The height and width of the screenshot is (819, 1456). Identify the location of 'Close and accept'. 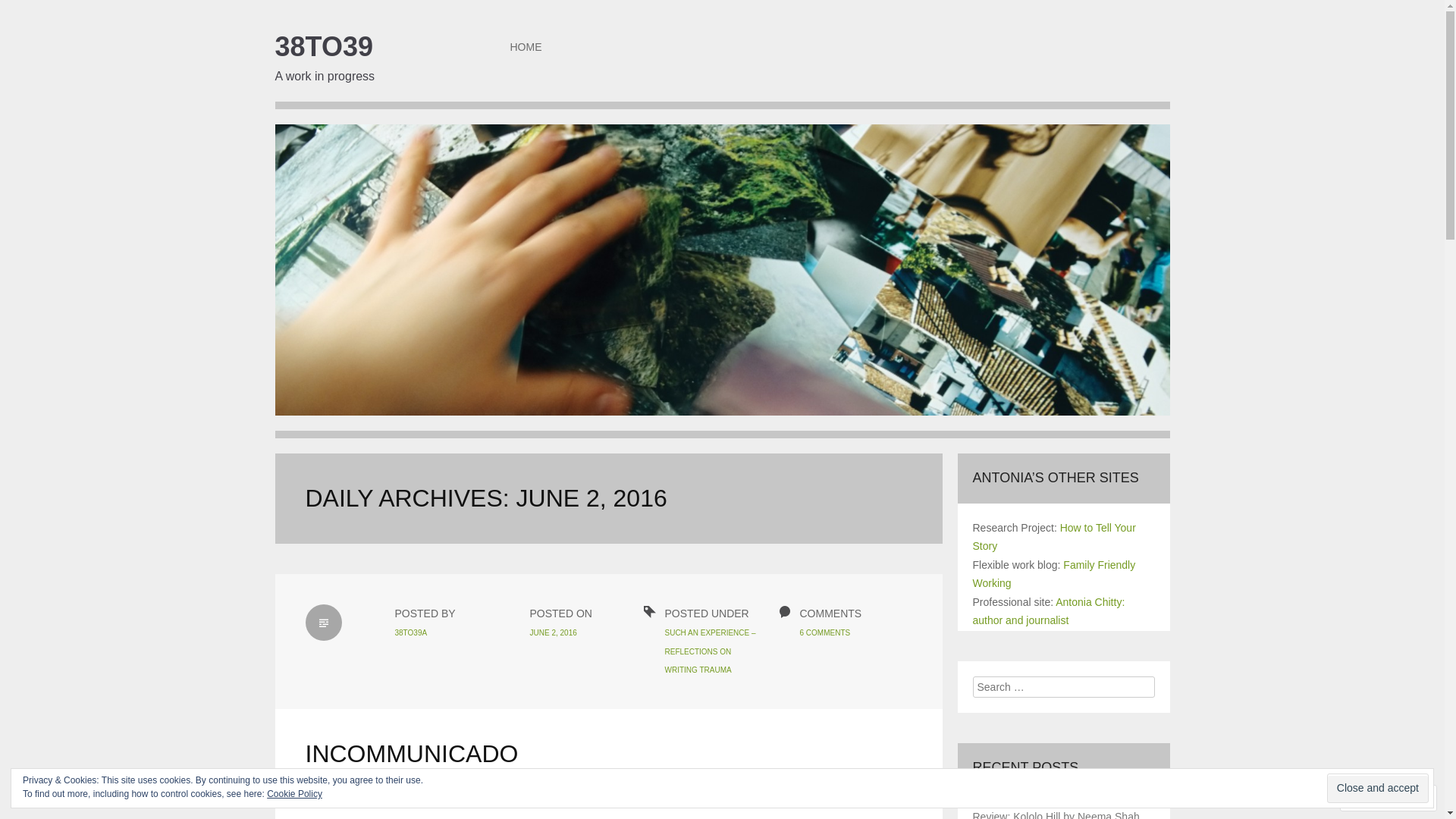
(1378, 787).